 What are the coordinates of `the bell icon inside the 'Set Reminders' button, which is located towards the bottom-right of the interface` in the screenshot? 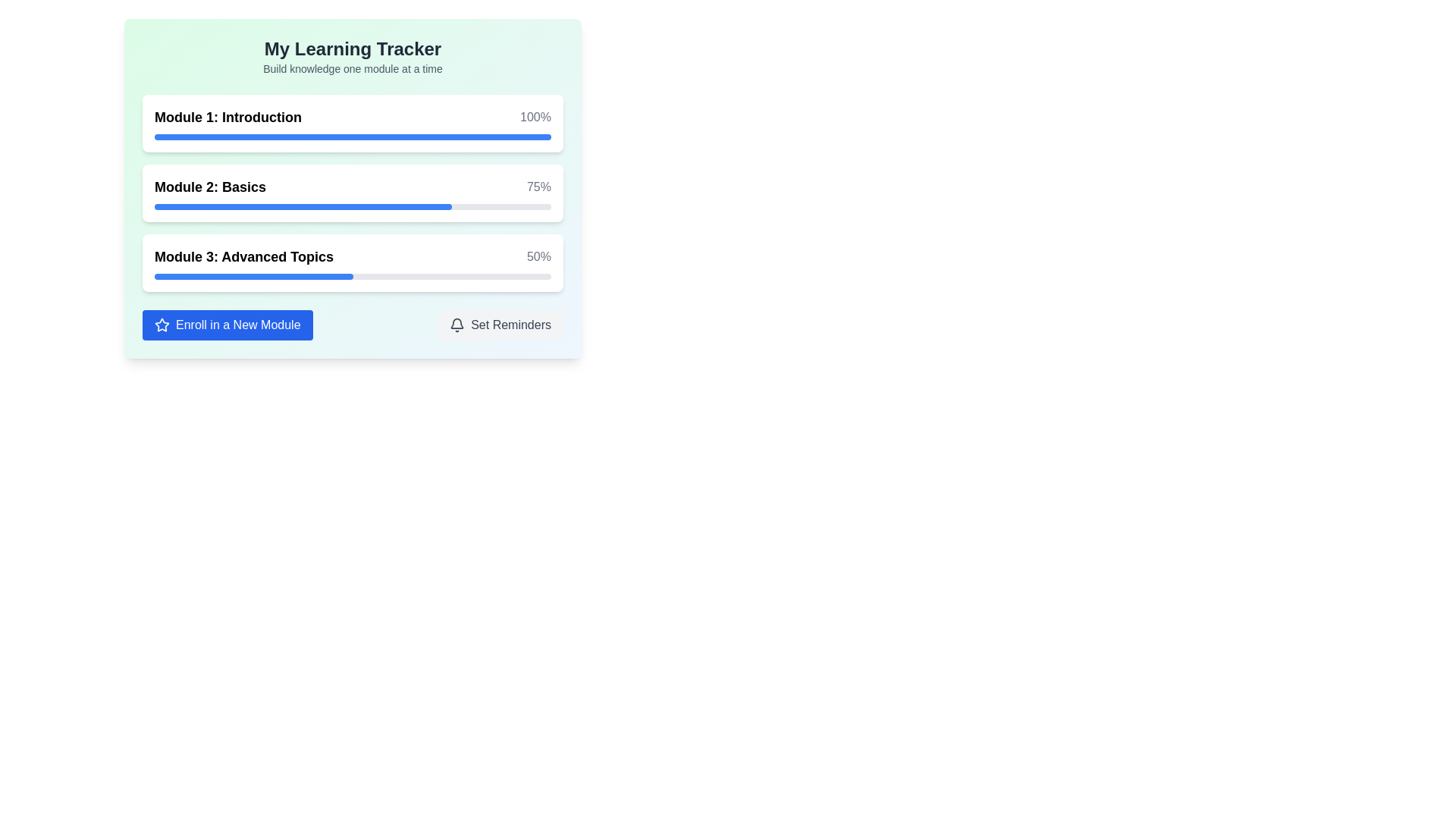 It's located at (457, 324).